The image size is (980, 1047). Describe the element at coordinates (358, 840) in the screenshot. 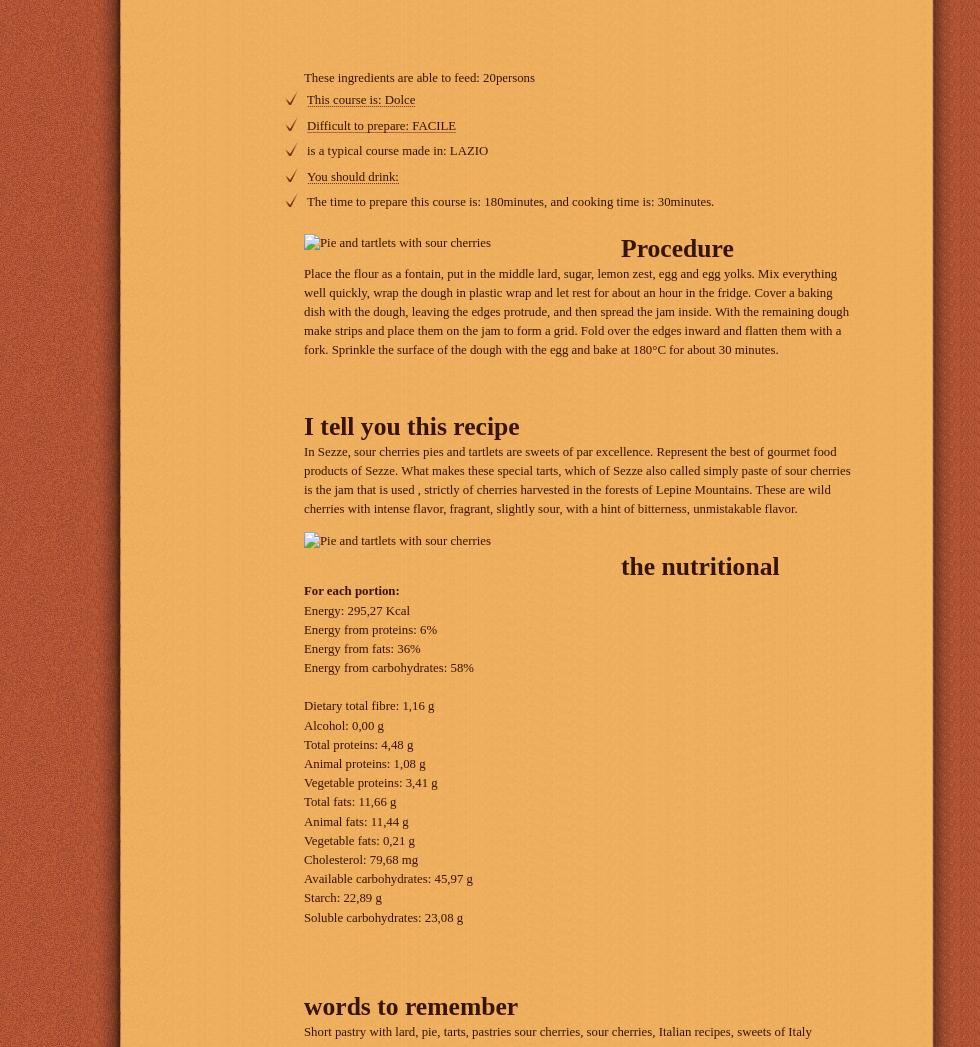

I see `'Vegetable fats: 0,21 g'` at that location.